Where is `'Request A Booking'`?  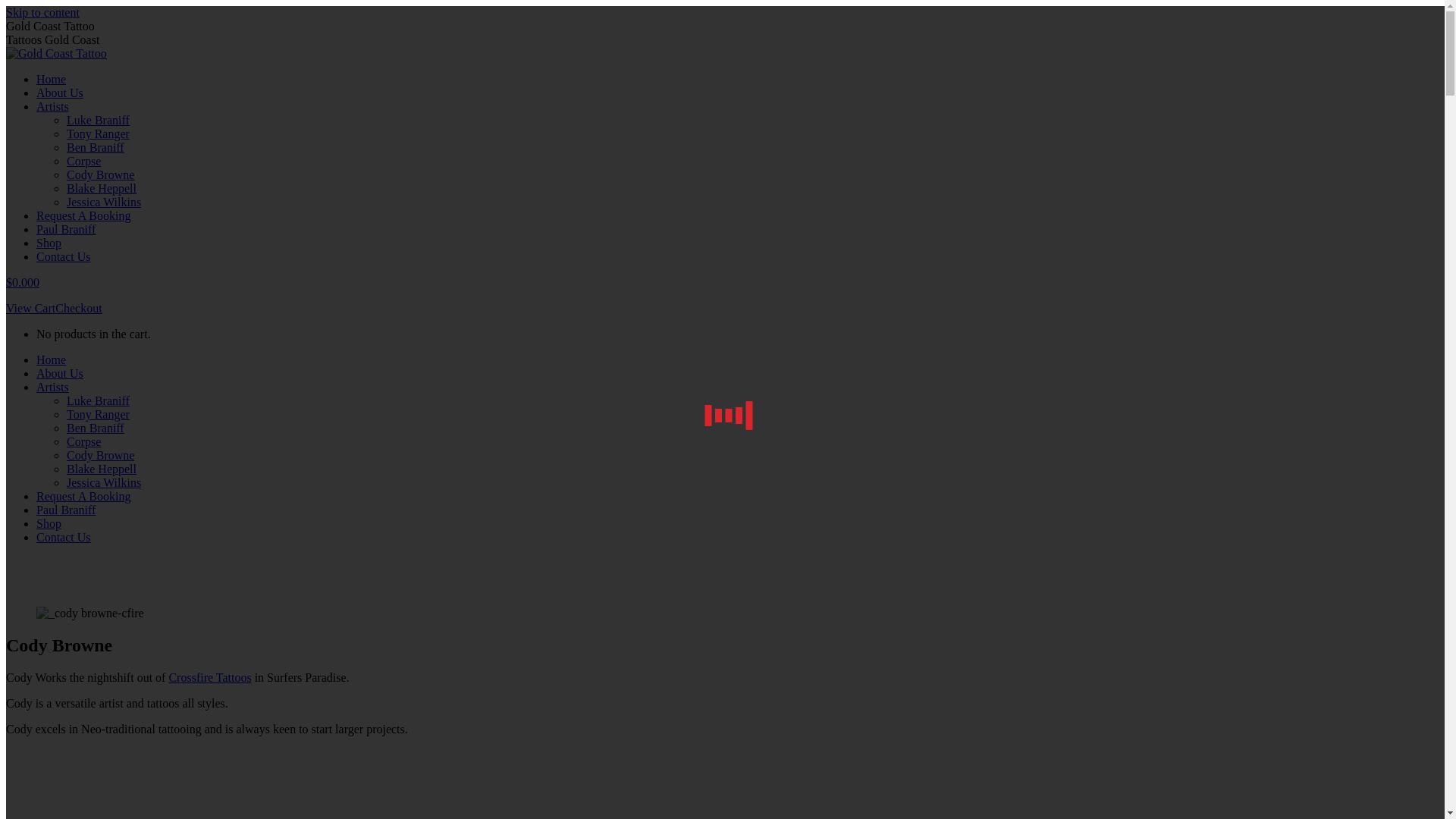
'Request A Booking' is located at coordinates (83, 496).